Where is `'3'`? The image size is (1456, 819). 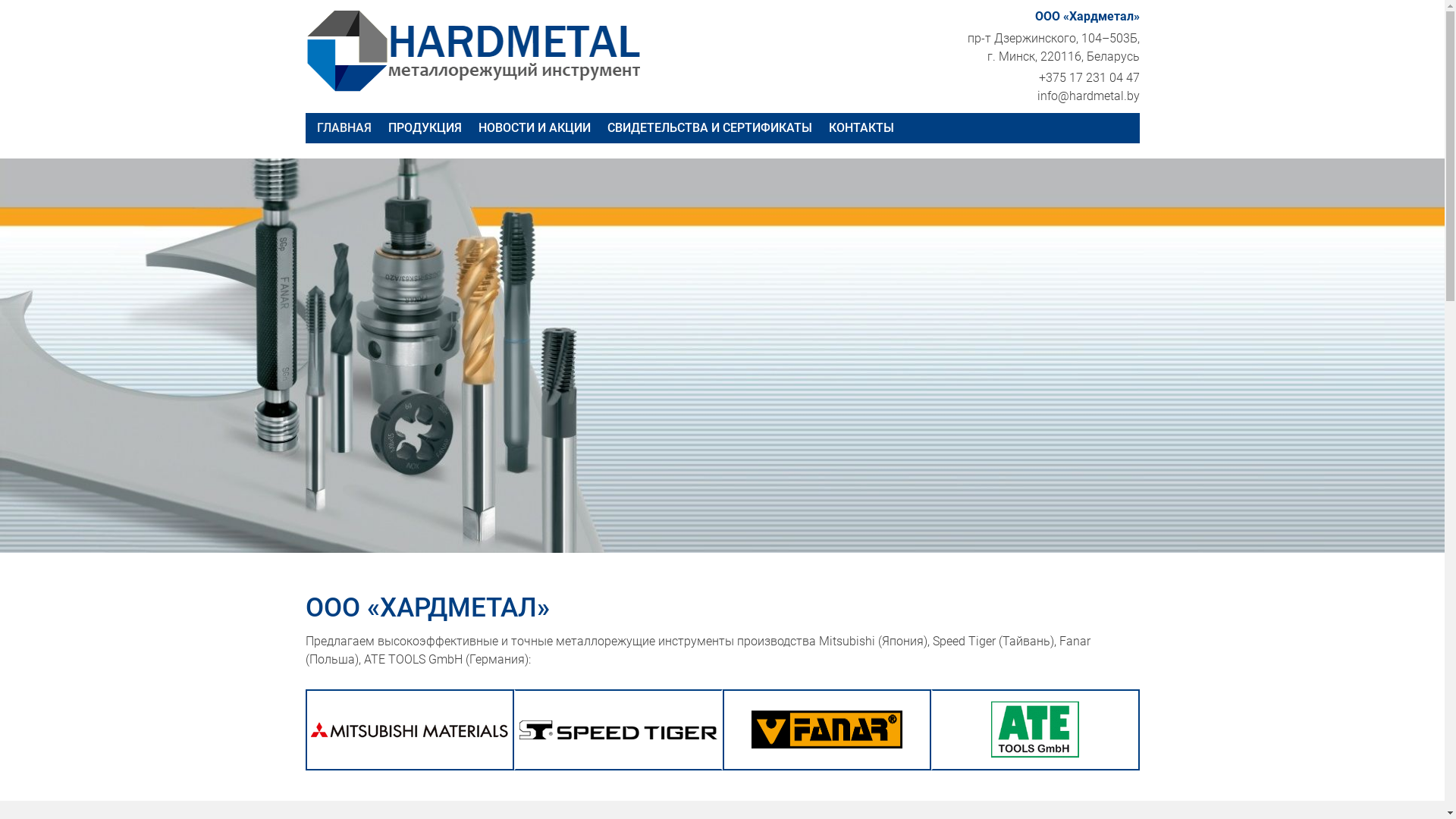
'3' is located at coordinates (729, 521).